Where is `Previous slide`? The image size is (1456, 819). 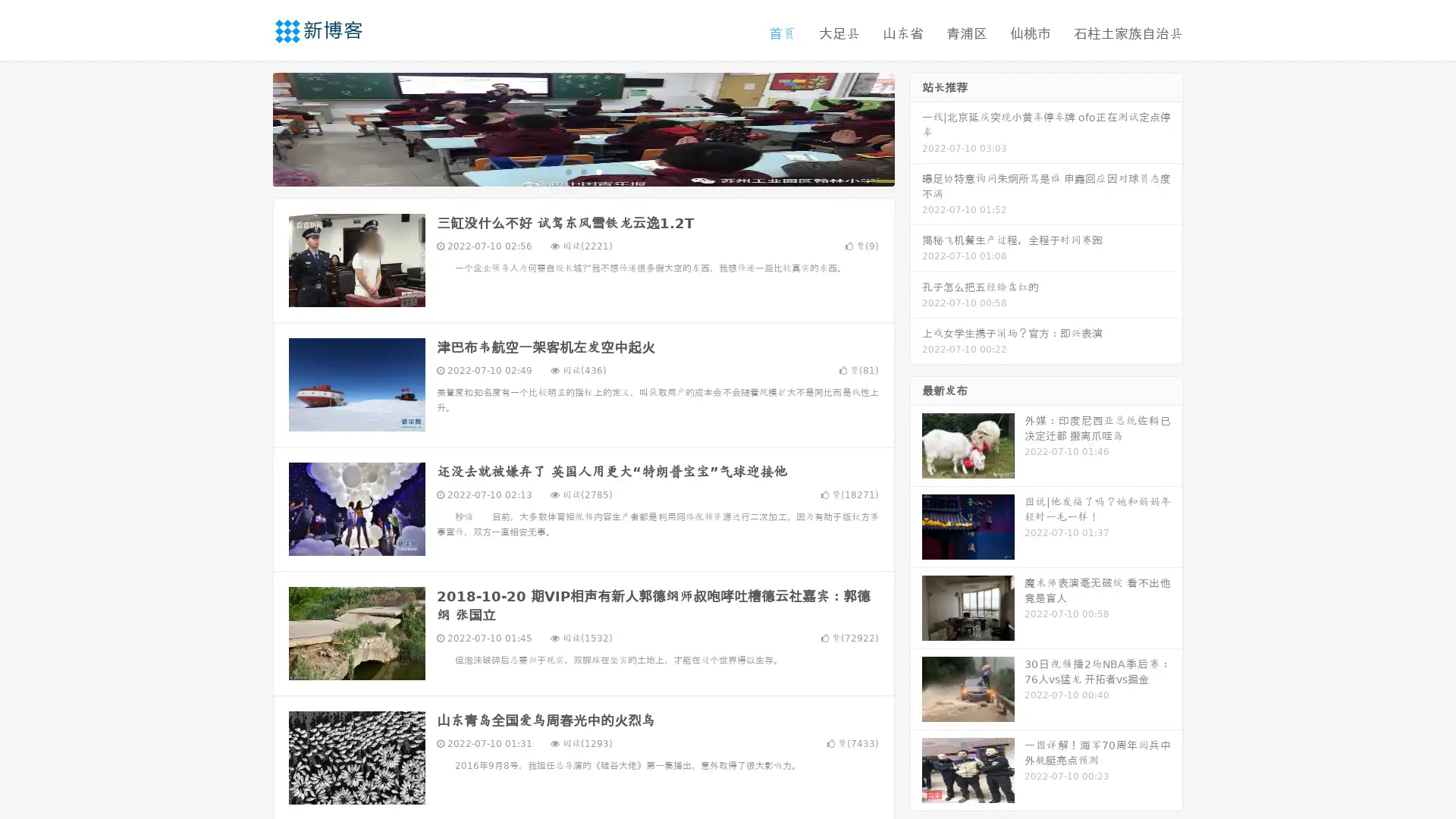
Previous slide is located at coordinates (250, 127).